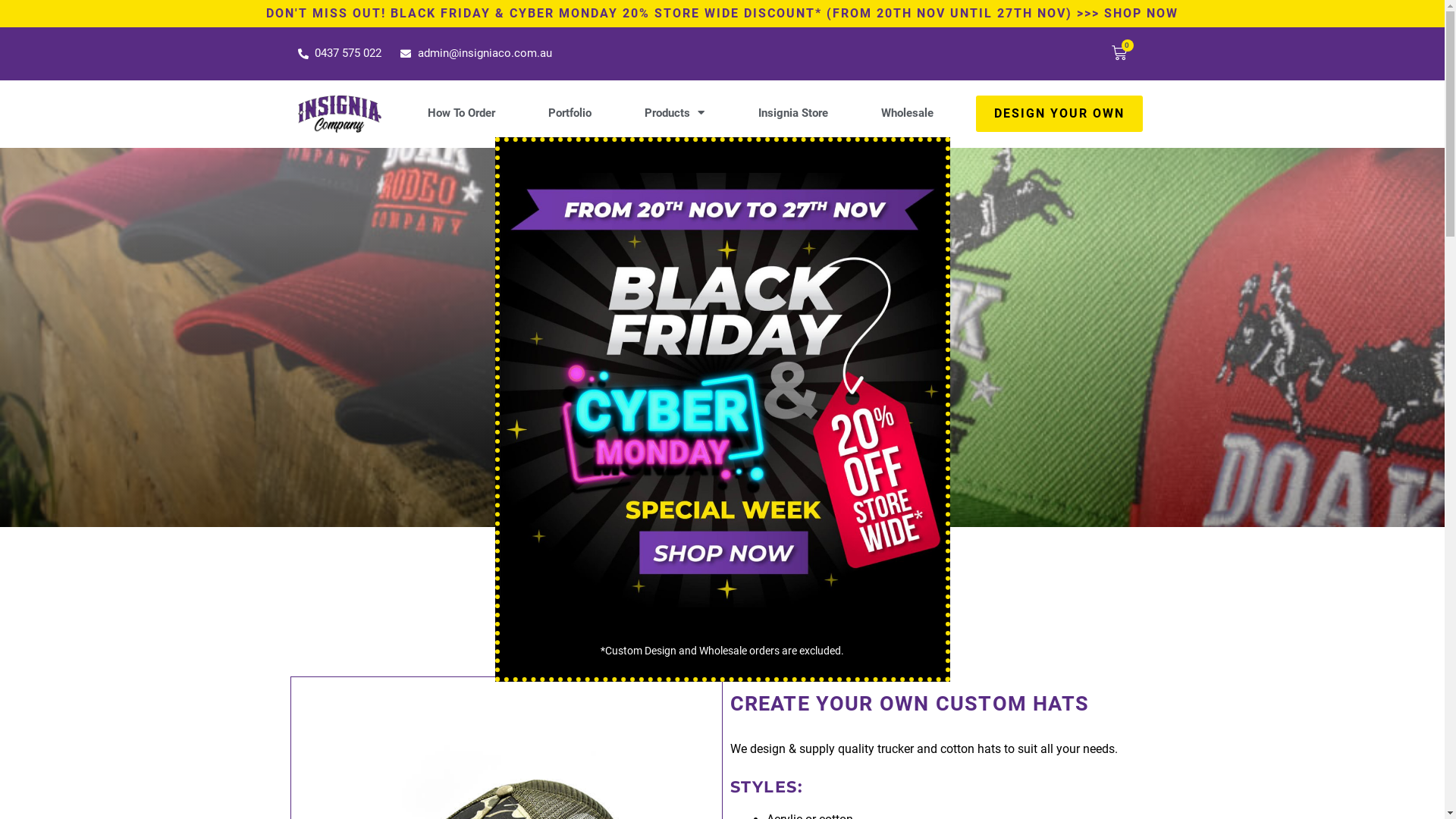 This screenshot has width=1456, height=819. What do you see at coordinates (475, 52) in the screenshot?
I see `'admin@insigniaco.com.au'` at bounding box center [475, 52].